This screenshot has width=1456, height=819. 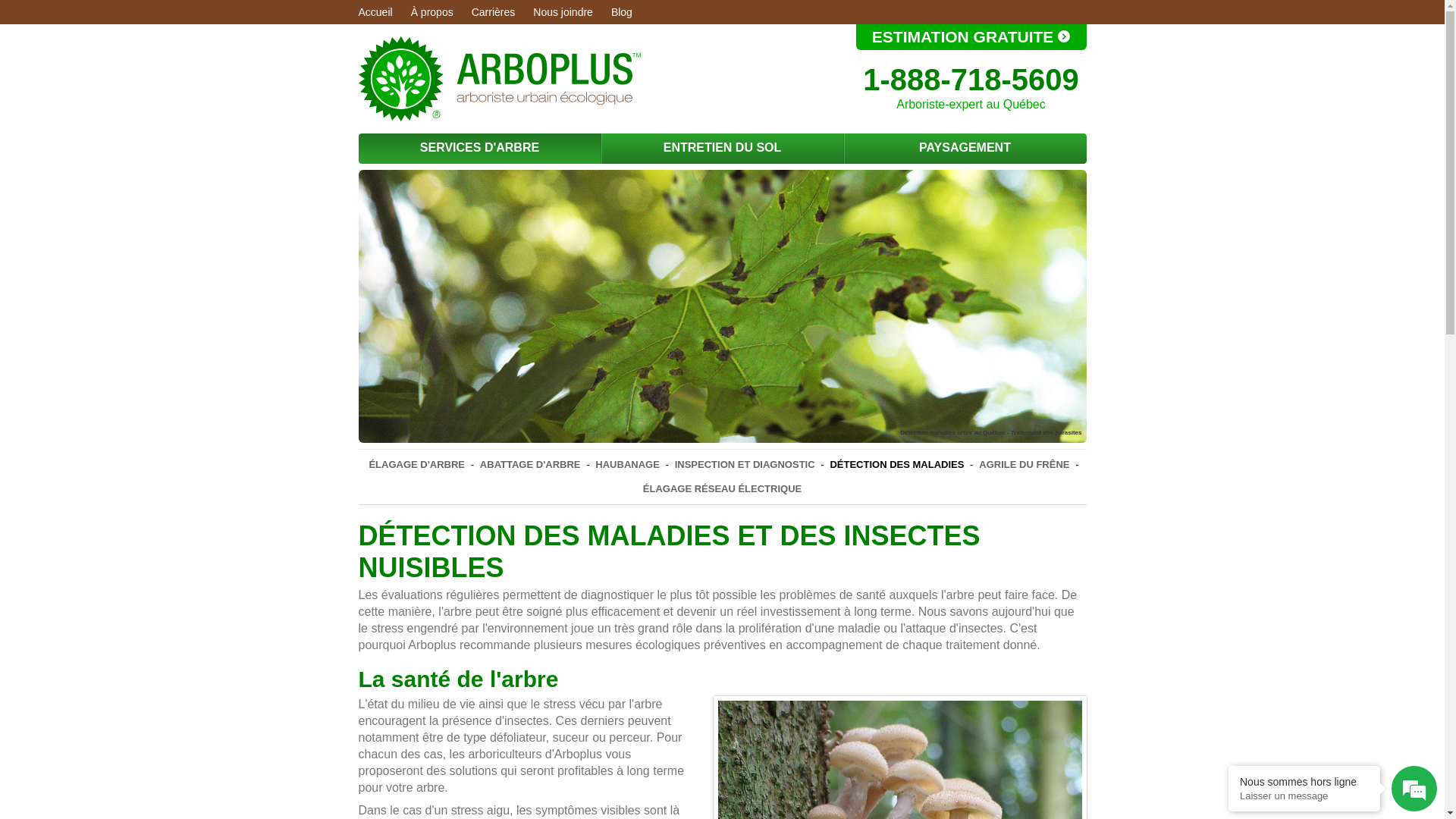 What do you see at coordinates (745, 463) in the screenshot?
I see `'INSPECTION ET DIAGNOSTIC'` at bounding box center [745, 463].